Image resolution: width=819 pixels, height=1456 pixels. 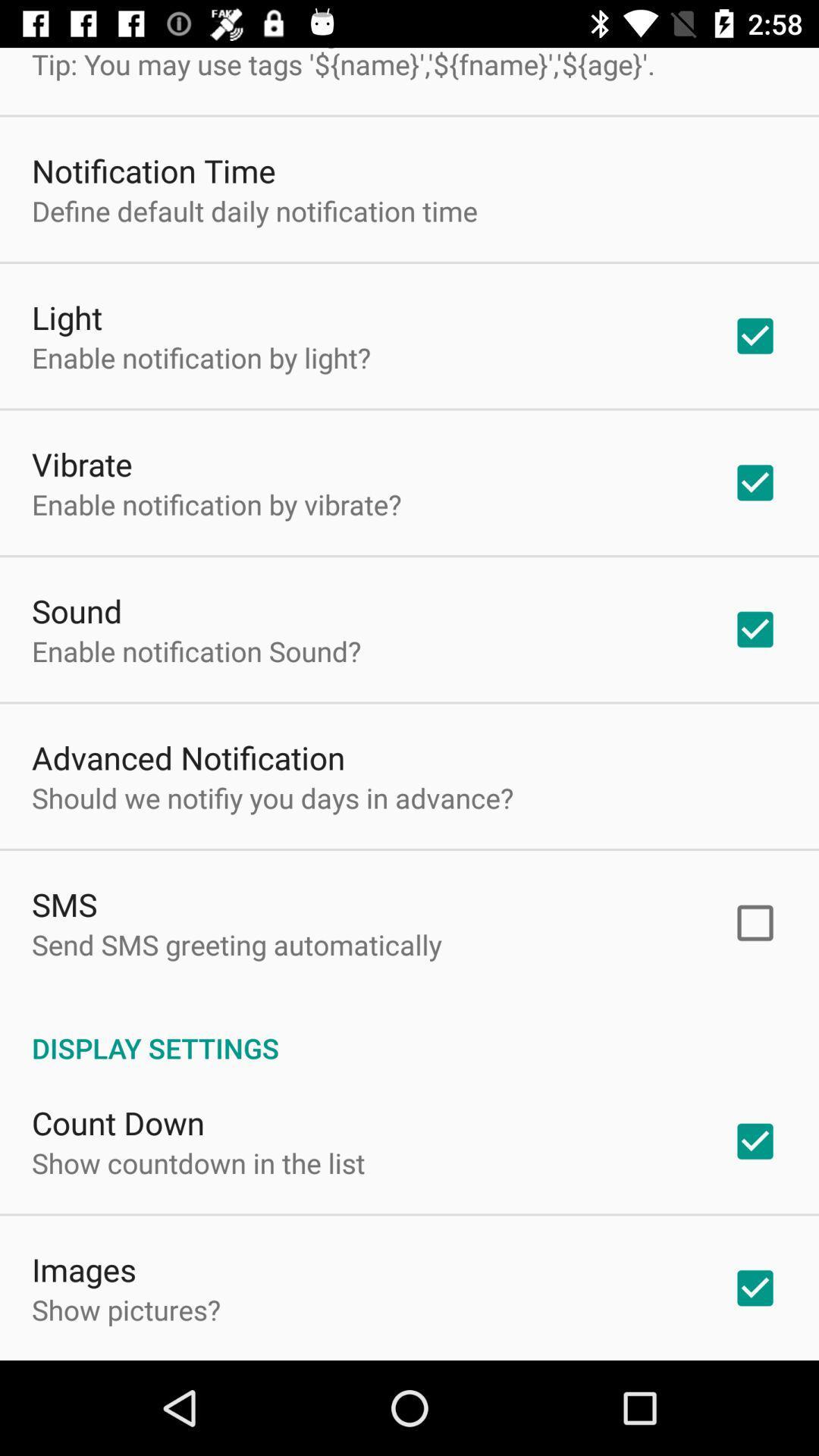 What do you see at coordinates (84, 1269) in the screenshot?
I see `images app` at bounding box center [84, 1269].